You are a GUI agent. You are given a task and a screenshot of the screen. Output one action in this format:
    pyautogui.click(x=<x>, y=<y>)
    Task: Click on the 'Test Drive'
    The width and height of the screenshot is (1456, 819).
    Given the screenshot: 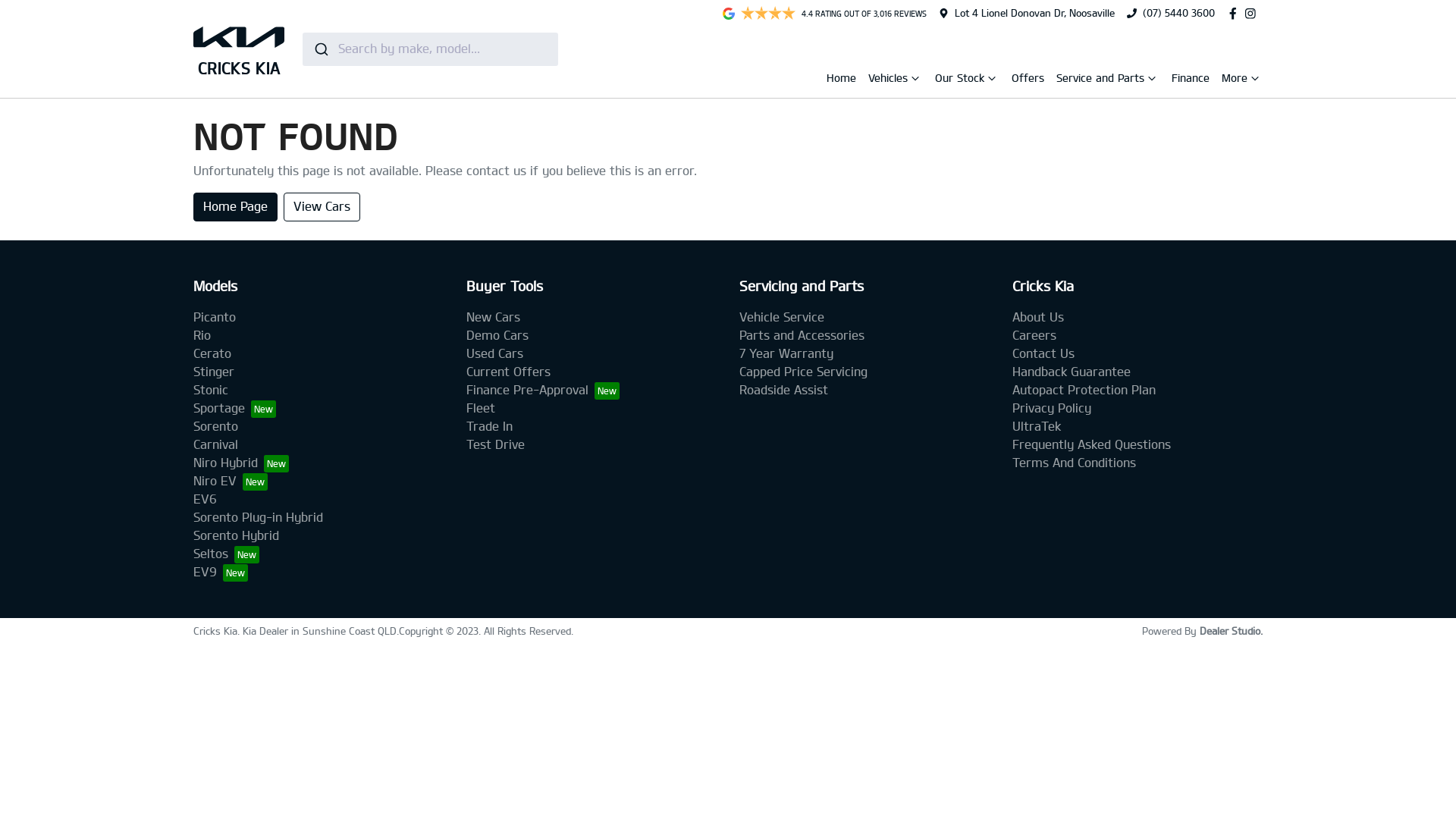 What is the action you would take?
    pyautogui.click(x=495, y=444)
    